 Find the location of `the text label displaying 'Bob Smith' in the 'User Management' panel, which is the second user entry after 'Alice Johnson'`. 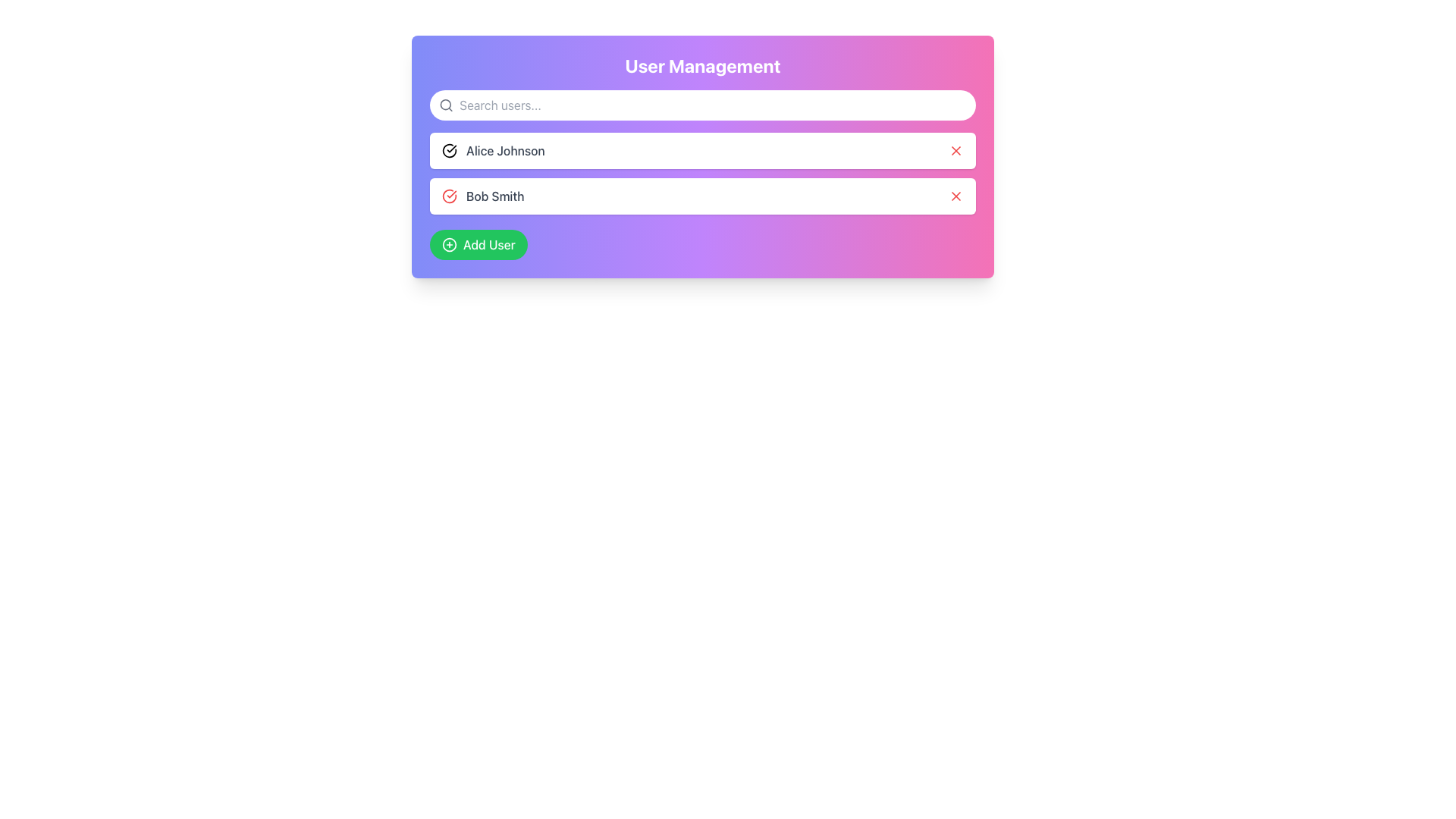

the text label displaying 'Bob Smith' in the 'User Management' panel, which is the second user entry after 'Alice Johnson' is located at coordinates (495, 195).